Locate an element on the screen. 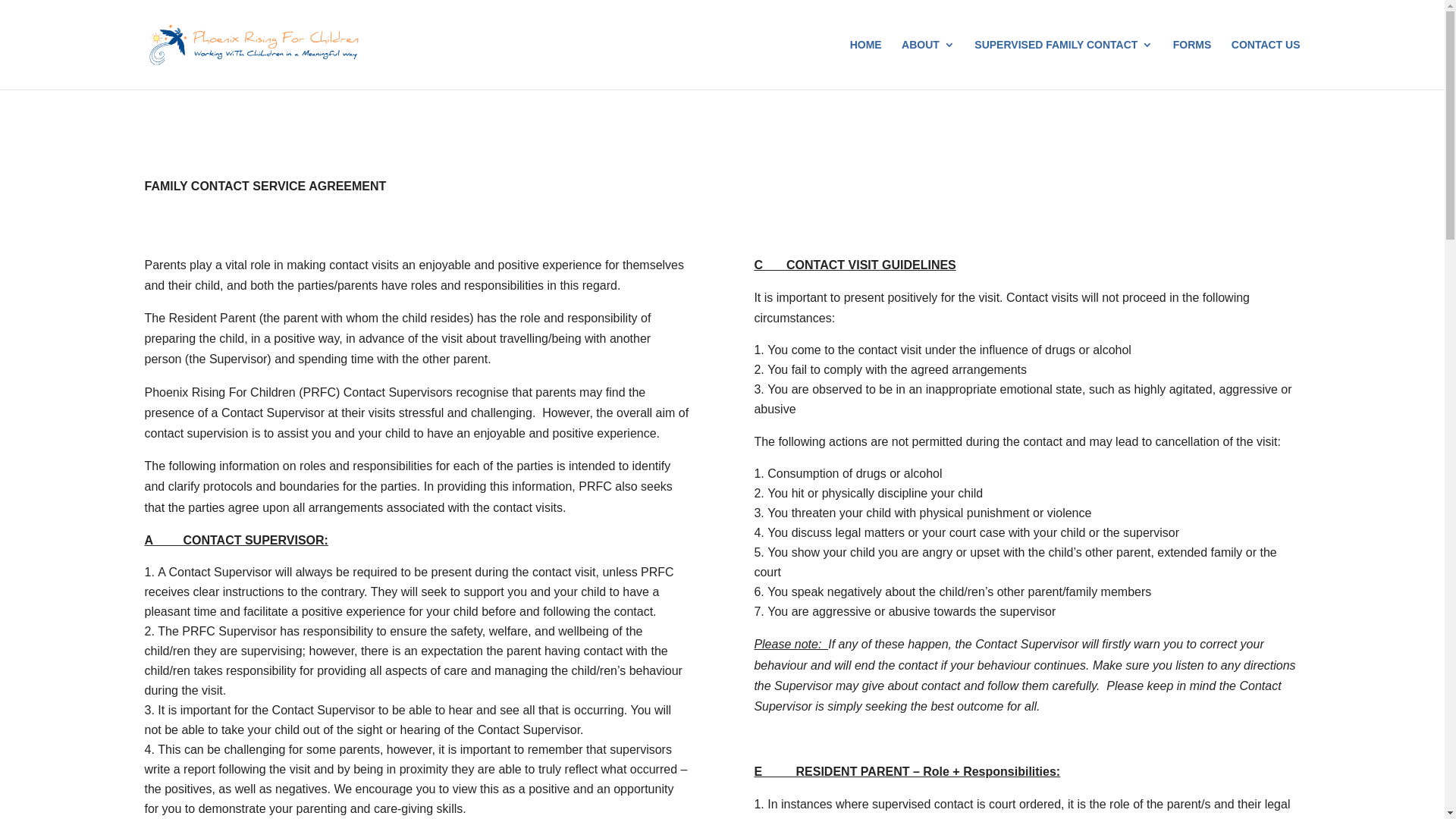 This screenshot has height=819, width=1456. 'FORMS' is located at coordinates (1172, 63).